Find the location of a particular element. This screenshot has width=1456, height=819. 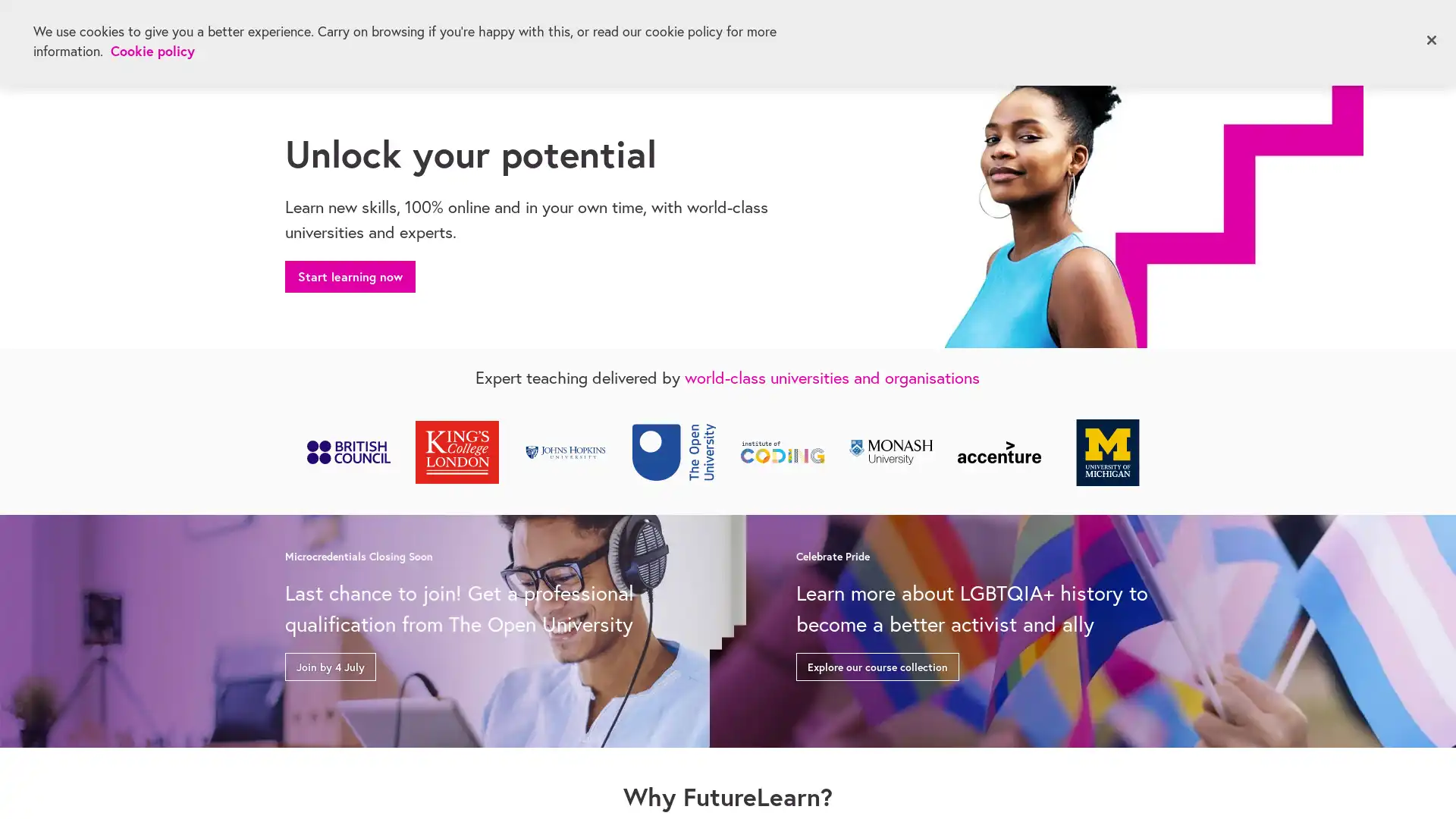

Explore our course collection is located at coordinates (877, 663).